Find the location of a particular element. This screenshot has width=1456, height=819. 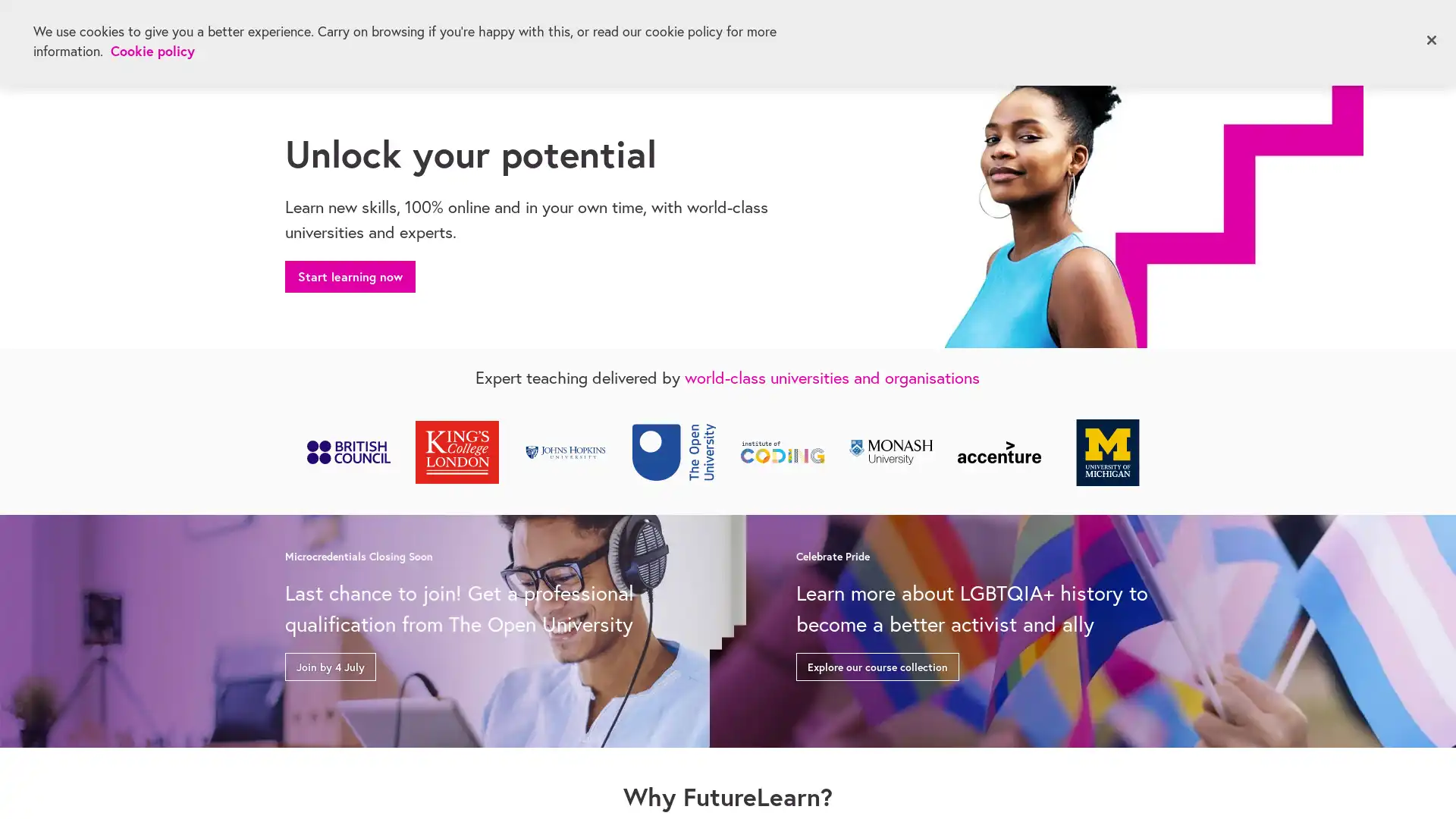

Explore our course collection is located at coordinates (877, 663).